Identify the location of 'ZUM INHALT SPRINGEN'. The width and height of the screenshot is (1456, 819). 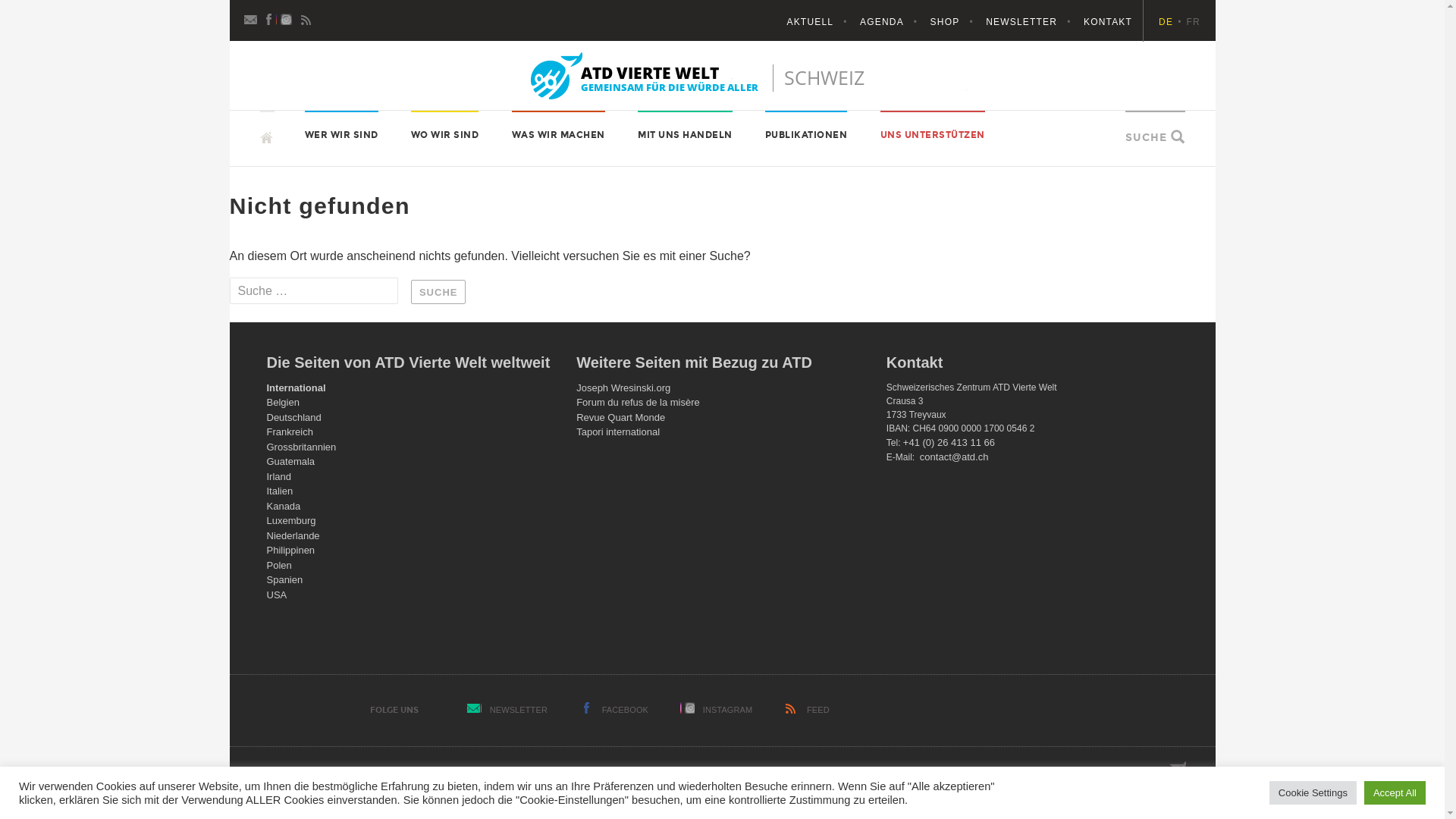
(259, 109).